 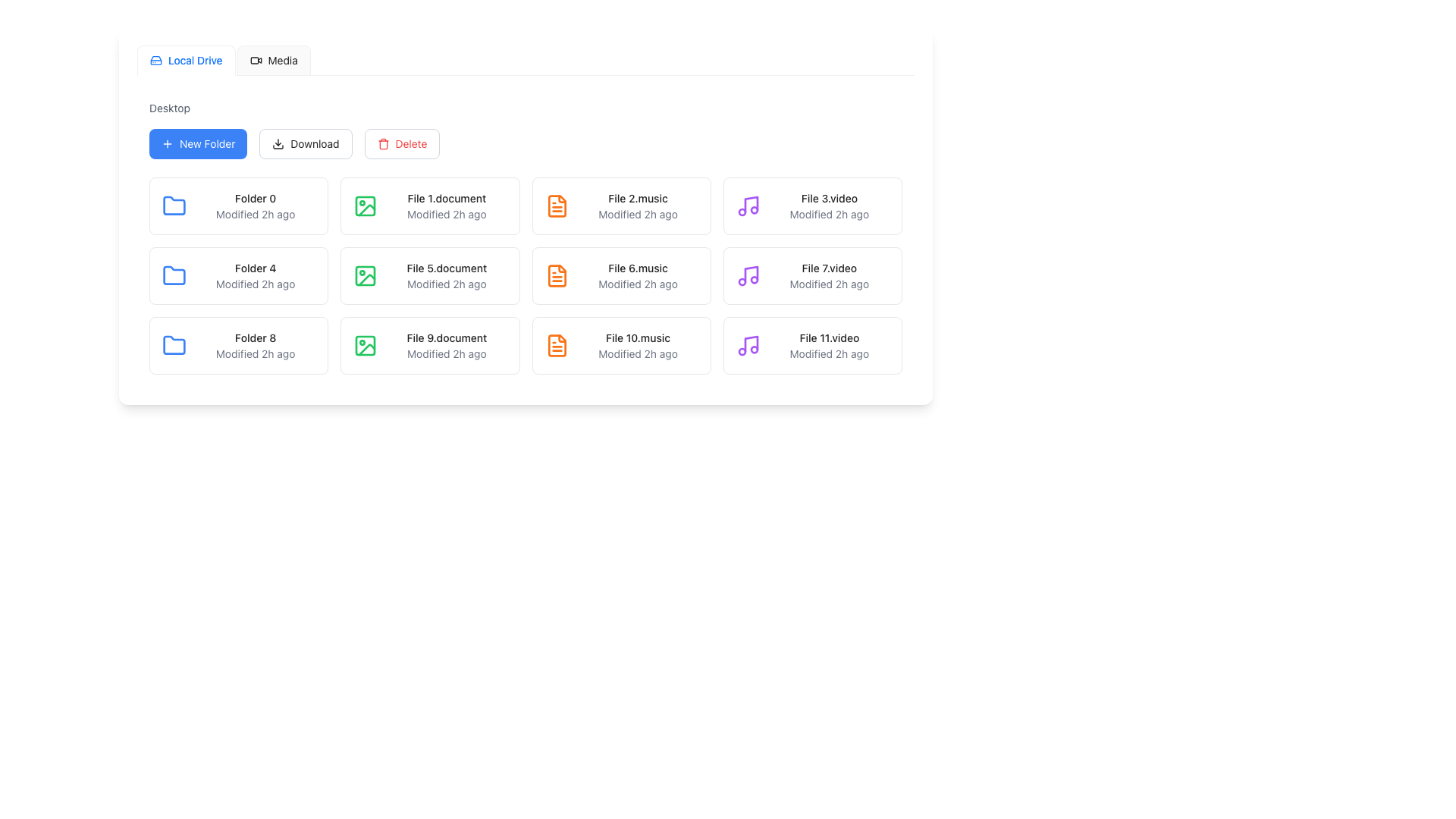 I want to click on the 'New Folder' button, which is a rectangular button with a blue background and white text, located at the top of the 'Desktop' section, so click(x=197, y=143).